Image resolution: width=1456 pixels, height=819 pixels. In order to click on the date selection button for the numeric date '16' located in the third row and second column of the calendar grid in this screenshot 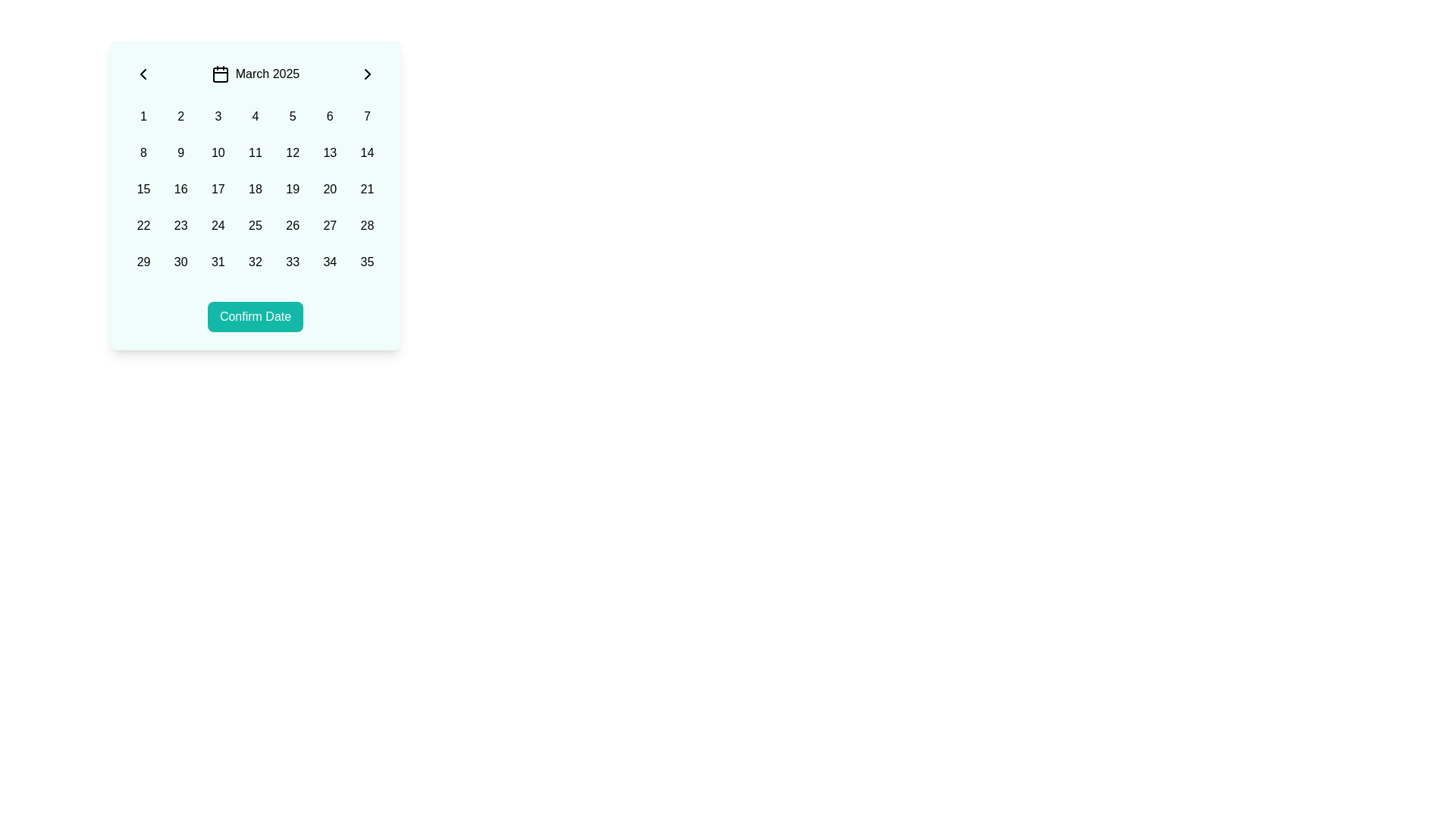, I will do `click(180, 189)`.